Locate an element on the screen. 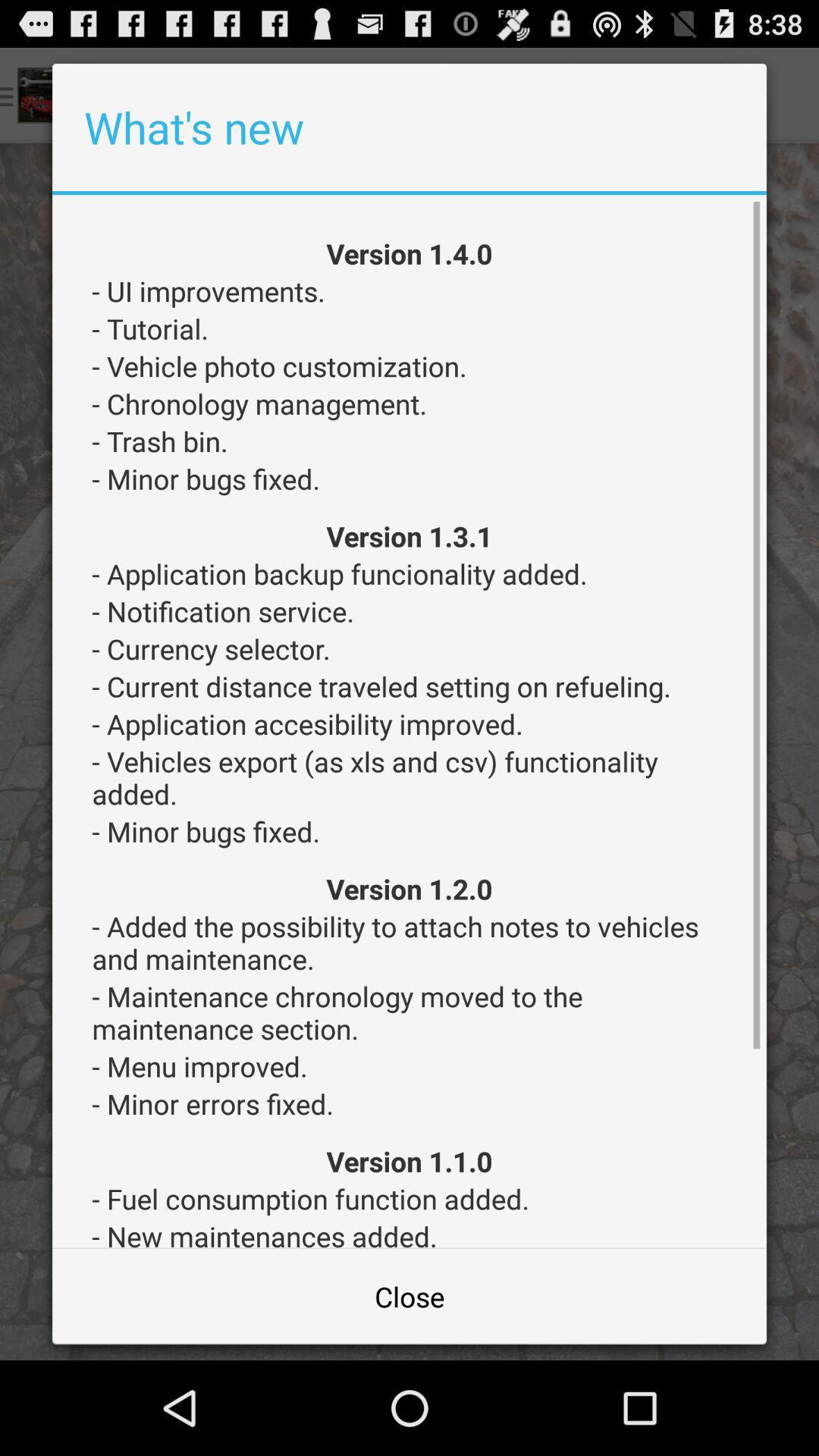 The width and height of the screenshot is (819, 1456). close item is located at coordinates (409, 1295).